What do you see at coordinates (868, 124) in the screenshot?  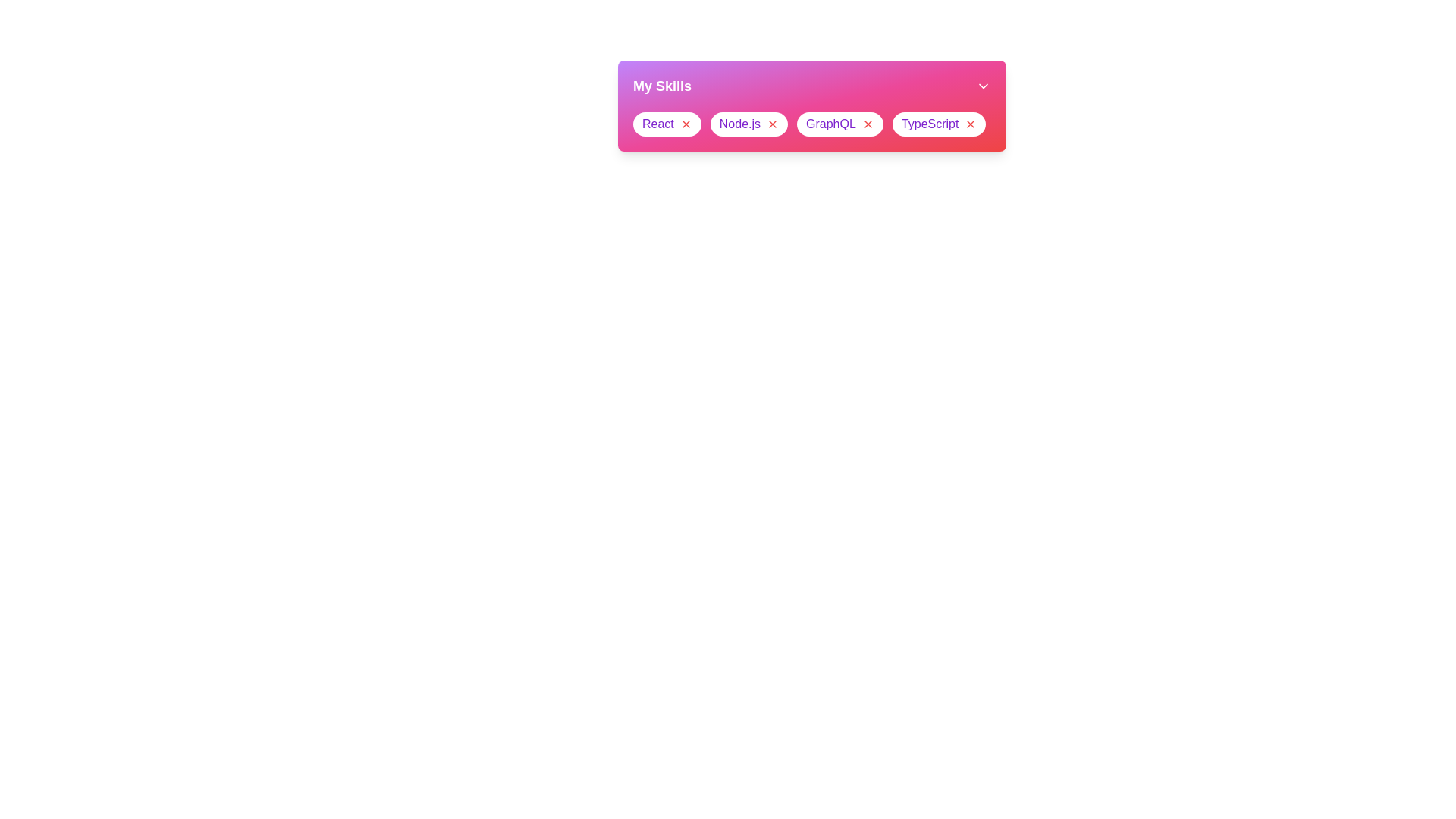 I see `the close button of the skill chip labeled GraphQL` at bounding box center [868, 124].